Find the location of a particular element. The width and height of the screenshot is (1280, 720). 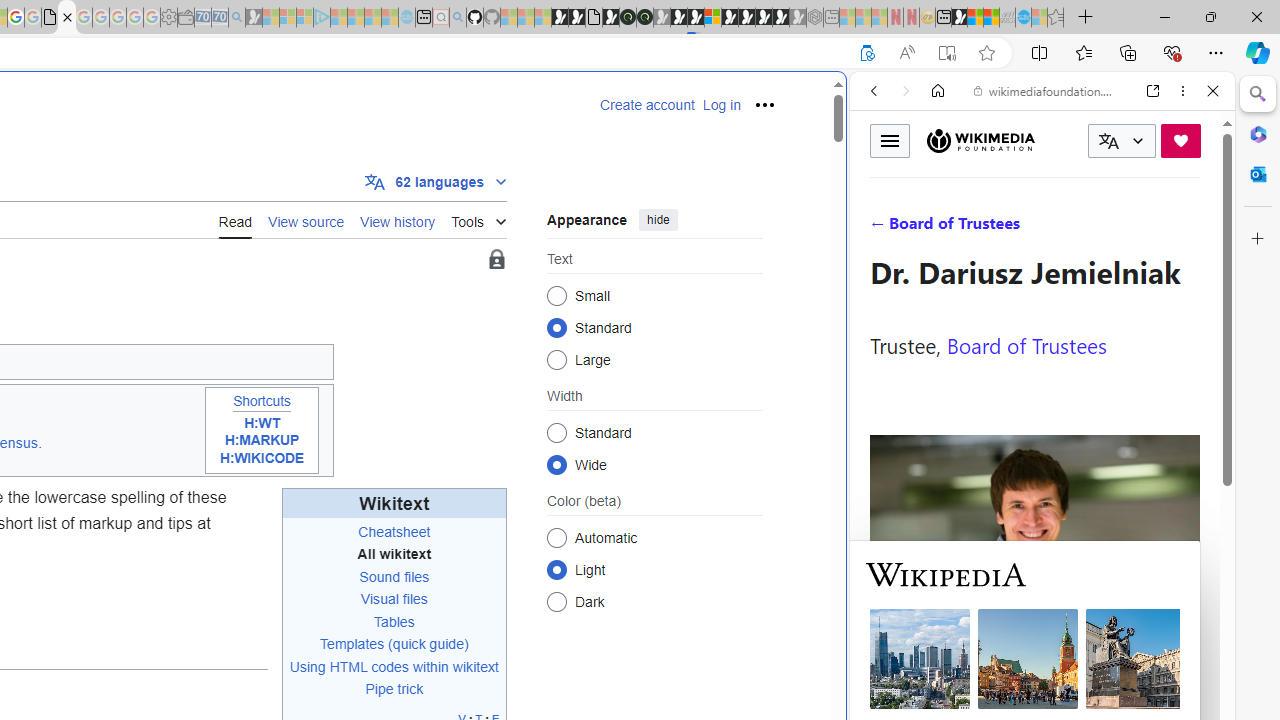

'H:WIKICODE' is located at coordinates (261, 457).